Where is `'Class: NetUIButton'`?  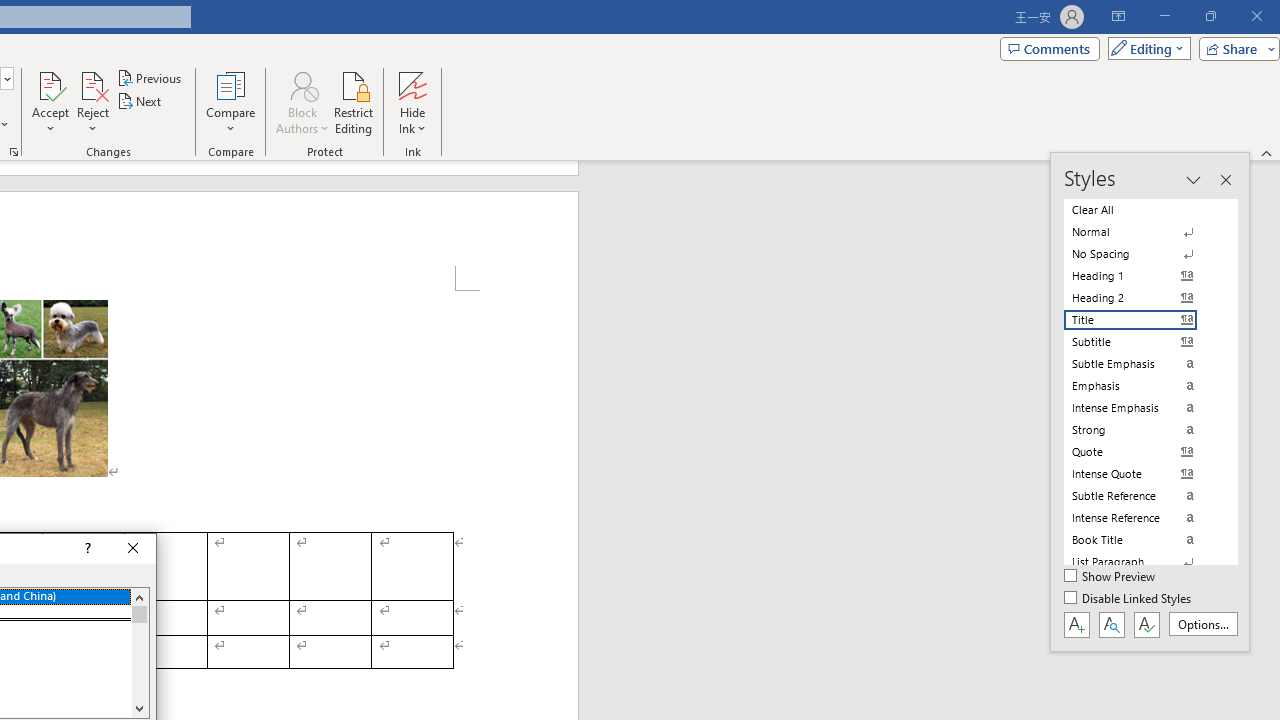 'Class: NetUIButton' is located at coordinates (1146, 623).